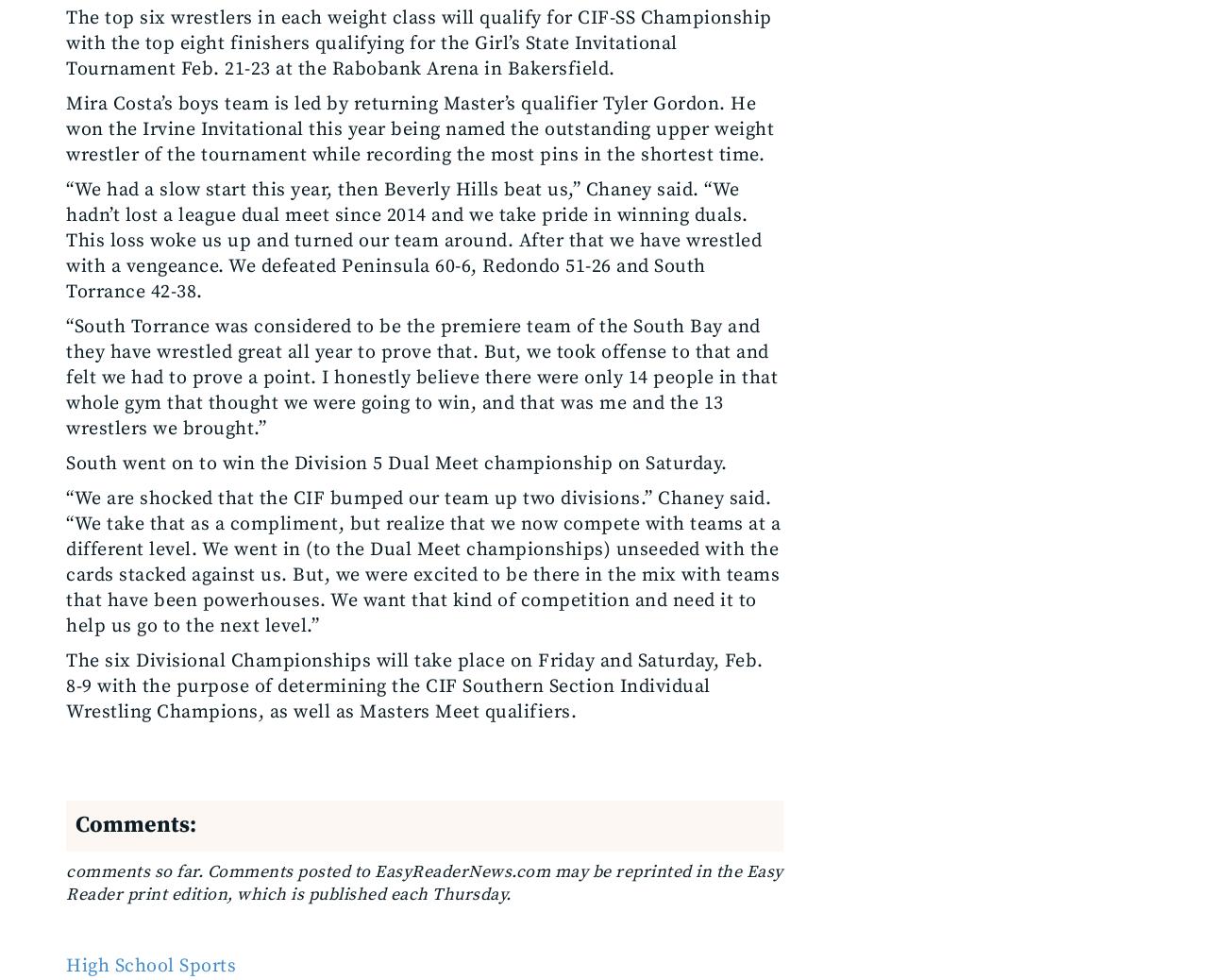 Image resolution: width=1227 pixels, height=980 pixels. What do you see at coordinates (150, 966) in the screenshot?
I see `'High School Sports'` at bounding box center [150, 966].